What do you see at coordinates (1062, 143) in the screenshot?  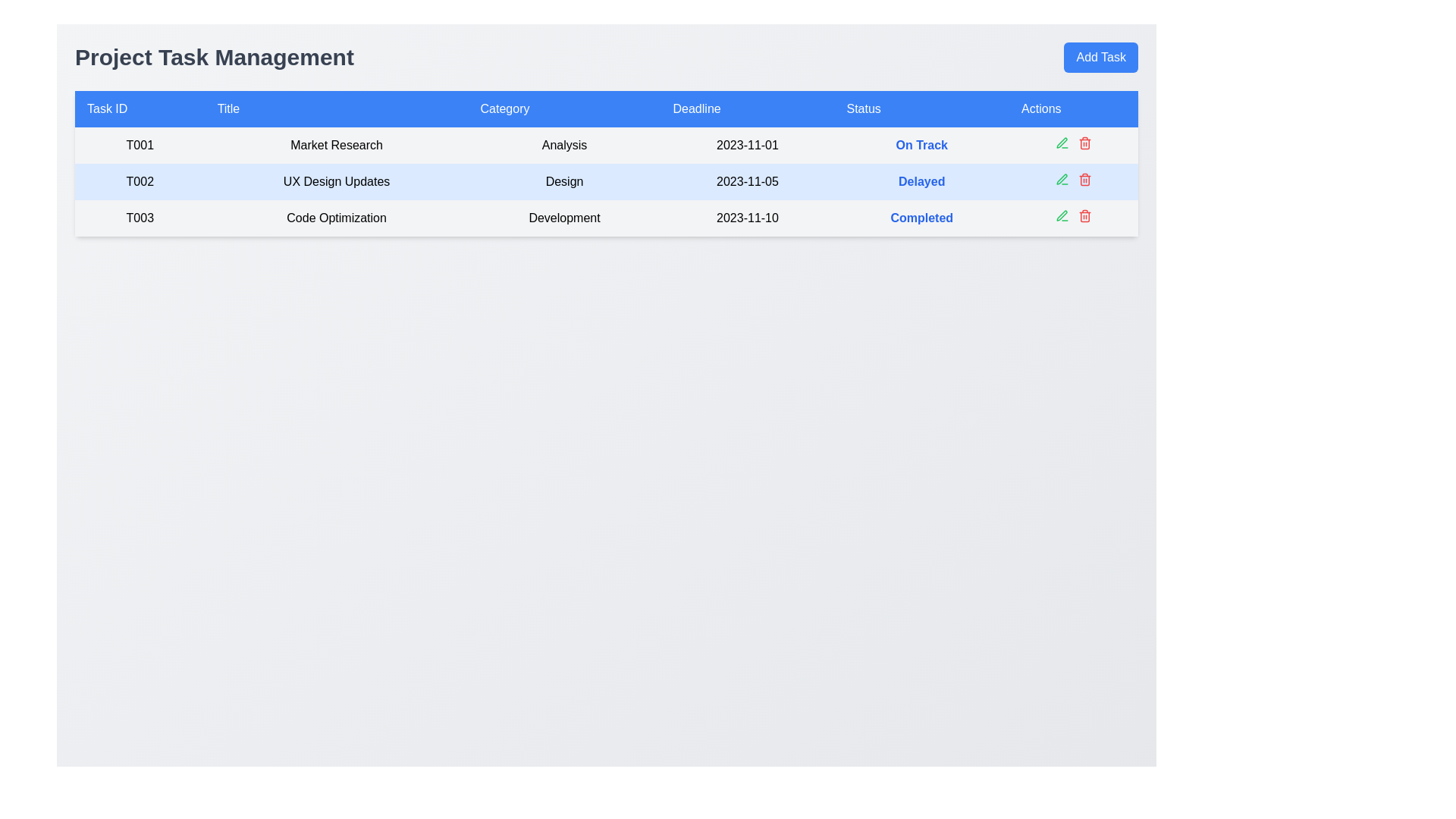 I see `the green pen icon in the 'Actions' column for the task 'UX Design Updates'` at bounding box center [1062, 143].